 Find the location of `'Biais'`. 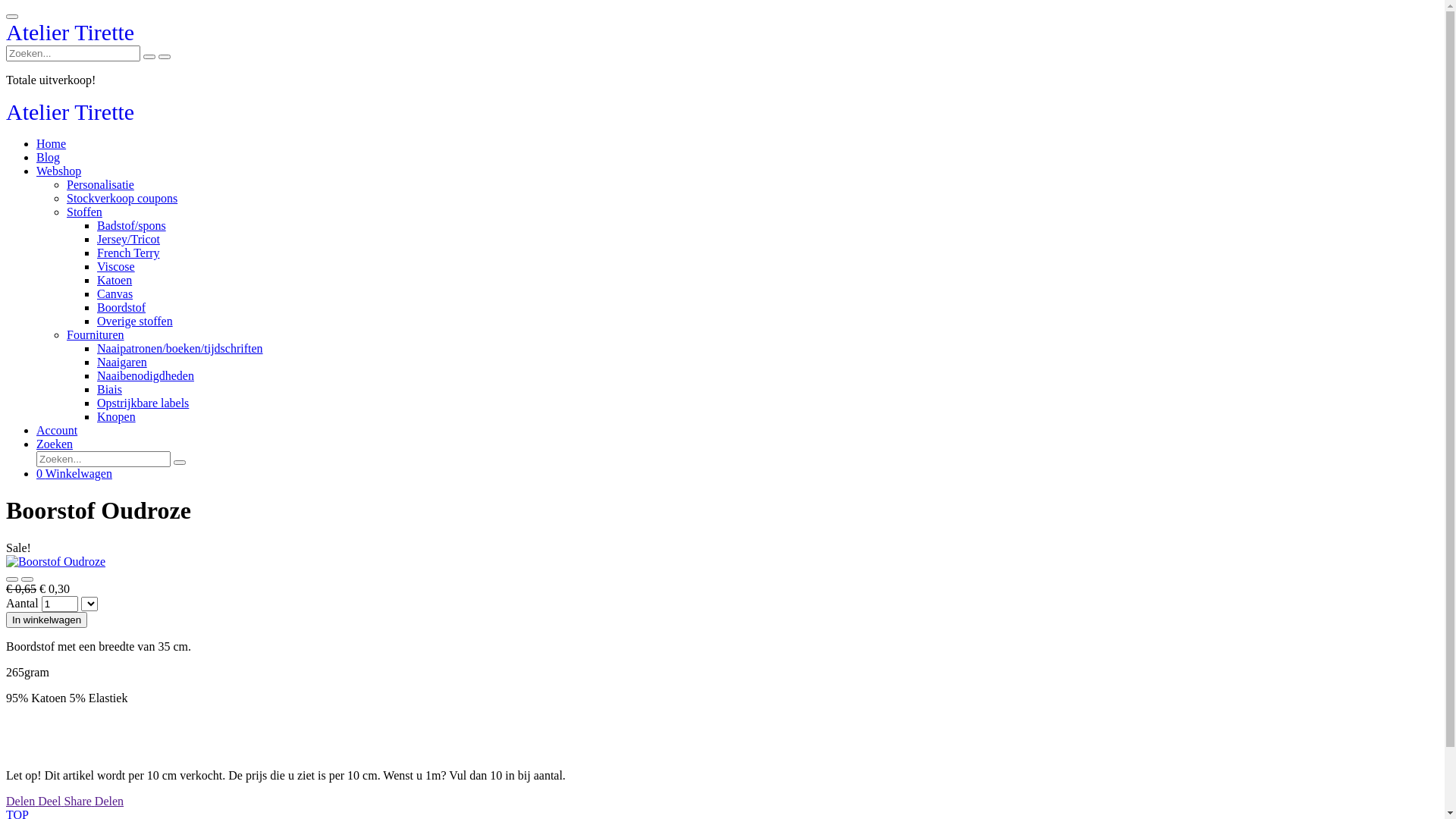

'Biais' is located at coordinates (108, 388).